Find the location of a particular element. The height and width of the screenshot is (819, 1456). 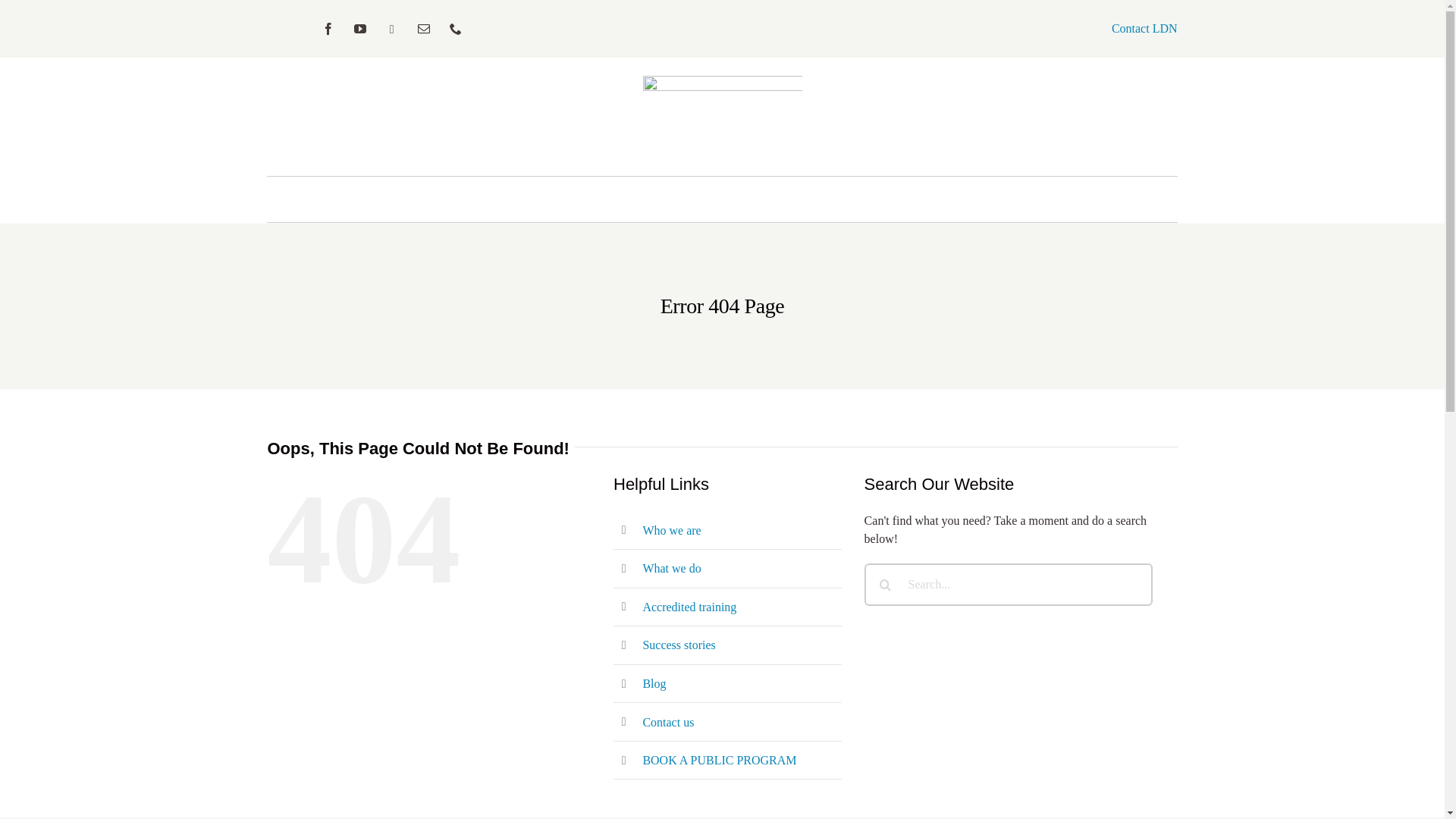

'Phone' is located at coordinates (443, 29).